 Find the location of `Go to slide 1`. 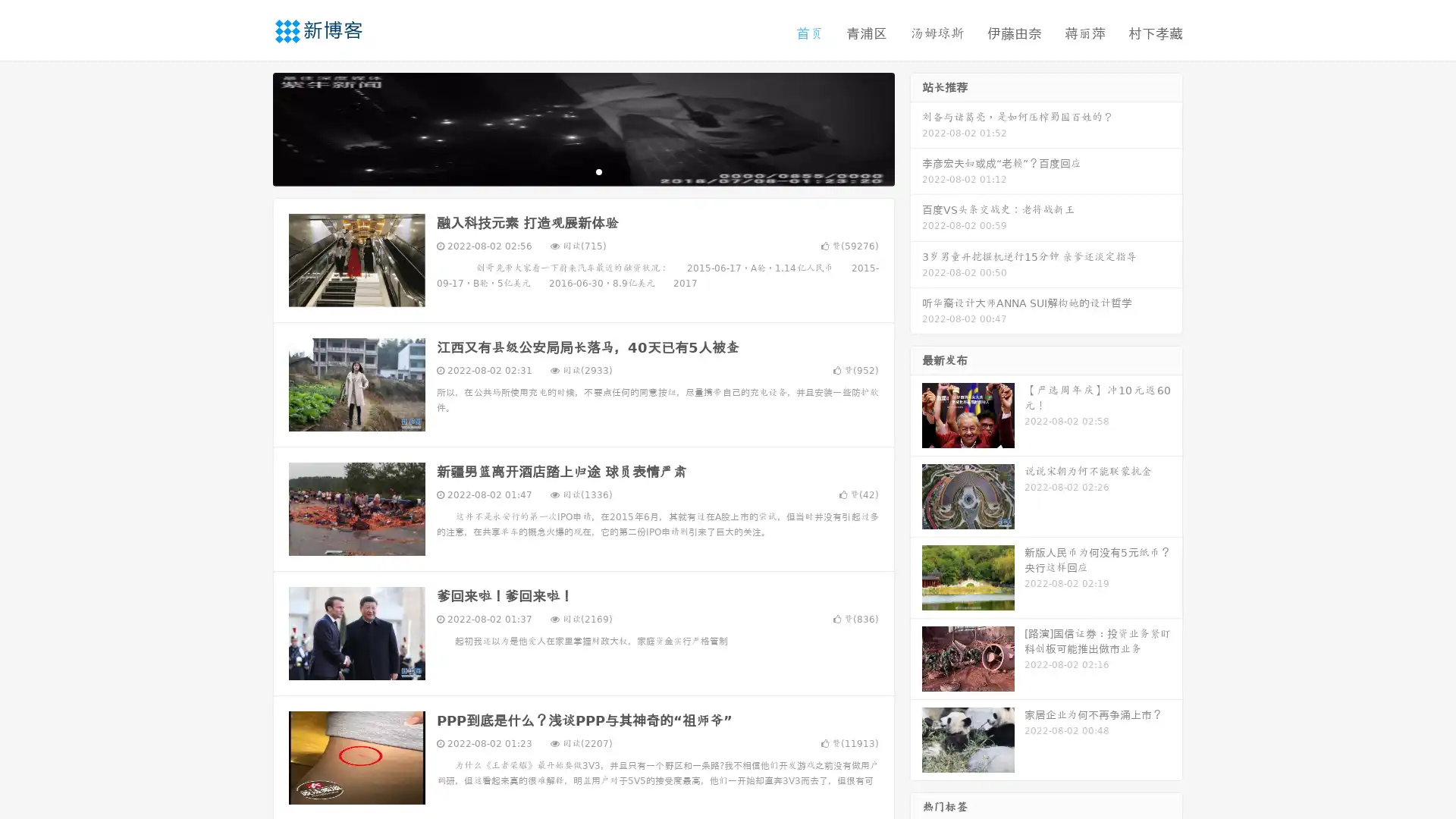

Go to slide 1 is located at coordinates (567, 171).